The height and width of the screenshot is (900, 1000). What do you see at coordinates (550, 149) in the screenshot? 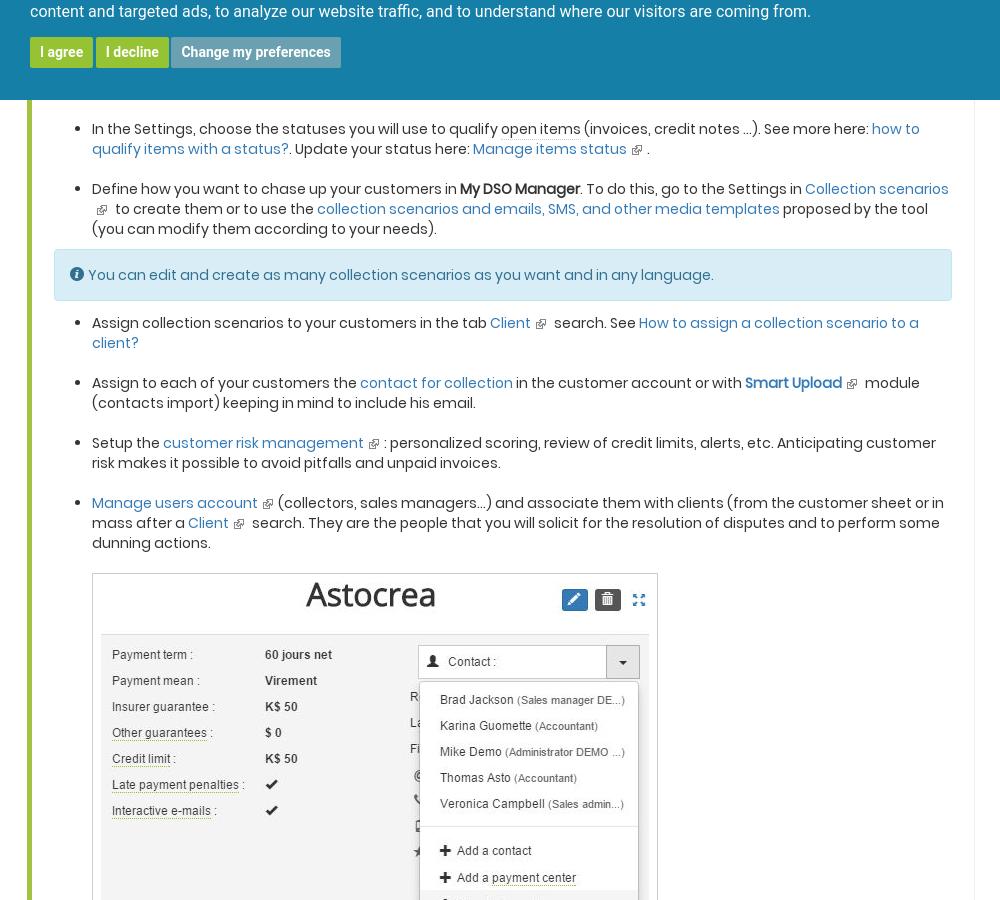
I see `'Manage items status'` at bounding box center [550, 149].